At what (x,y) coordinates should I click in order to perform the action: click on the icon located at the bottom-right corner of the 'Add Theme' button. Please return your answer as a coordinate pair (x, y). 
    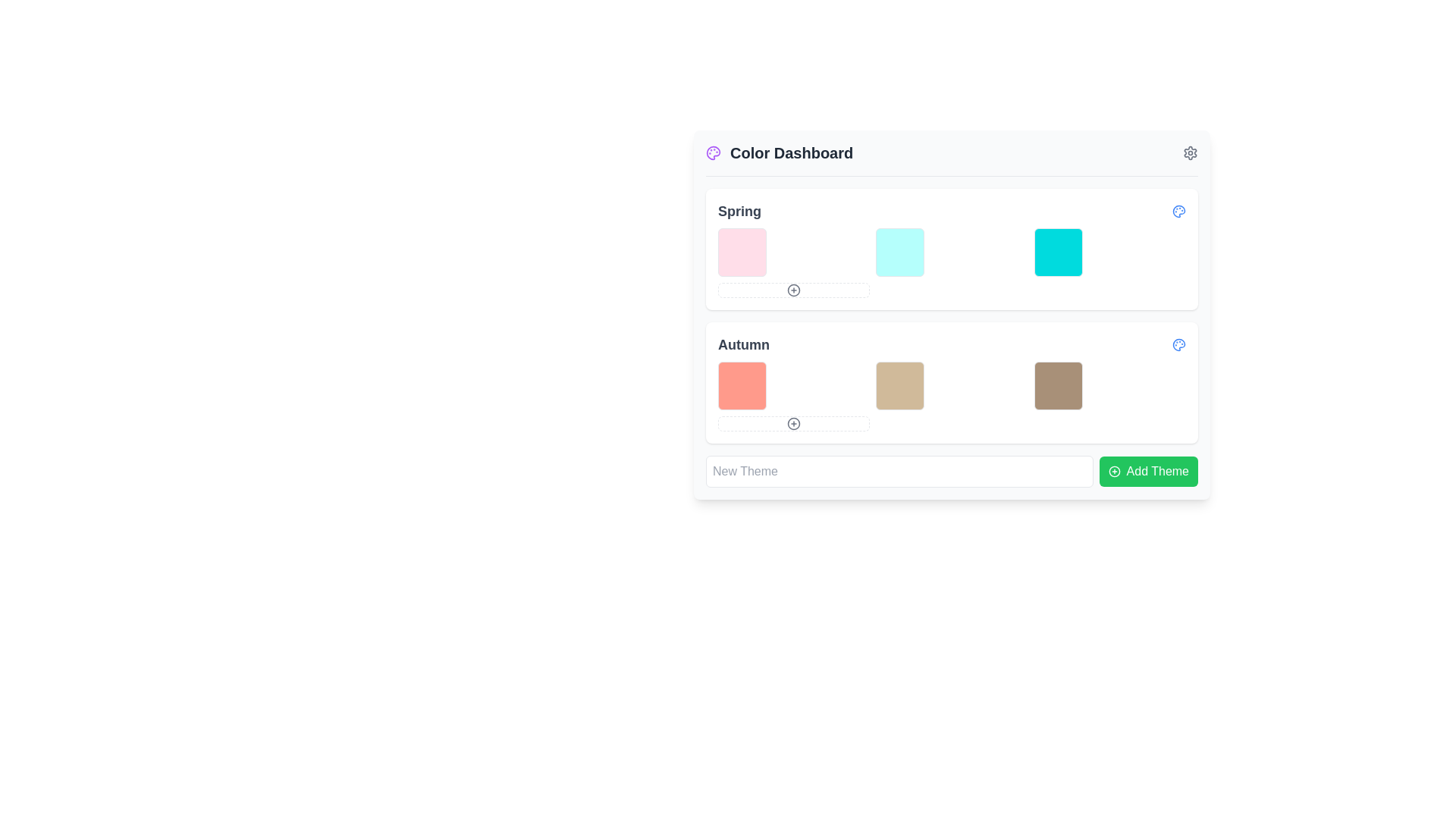
    Looking at the image, I should click on (1114, 470).